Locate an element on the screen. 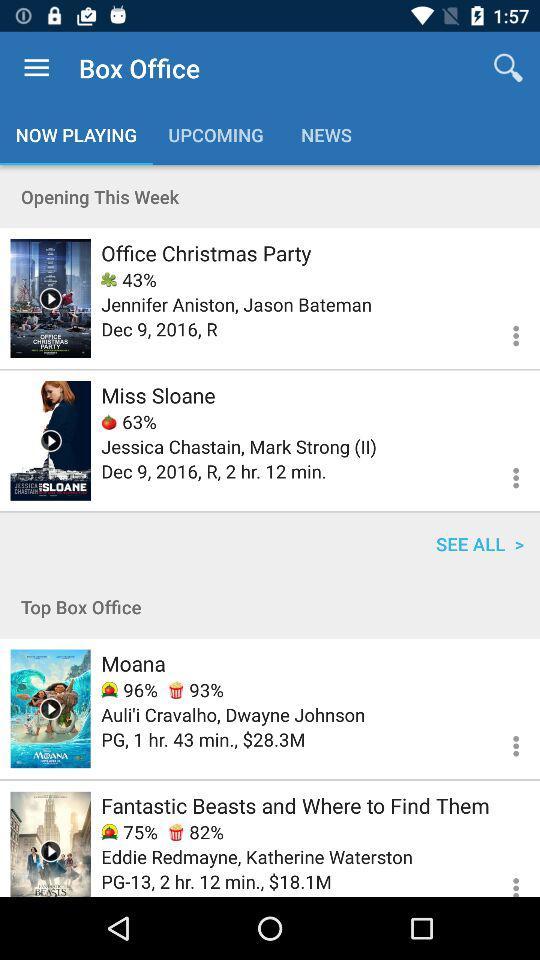  open options is located at coordinates (503, 877).